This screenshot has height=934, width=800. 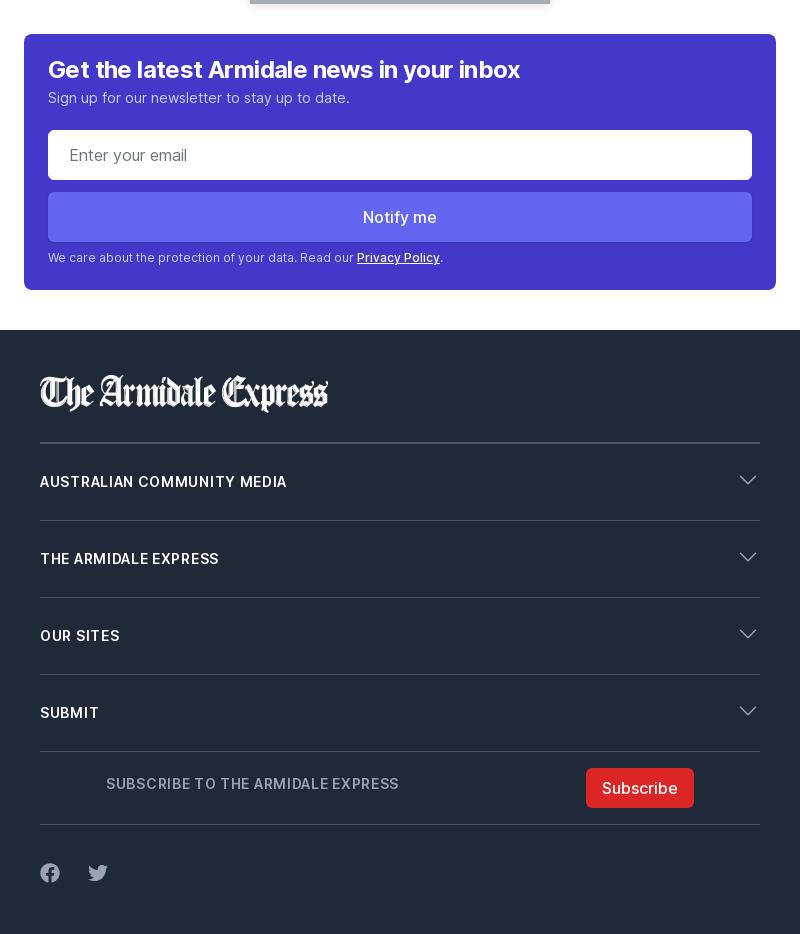 I want to click on 'Submit', so click(x=69, y=712).